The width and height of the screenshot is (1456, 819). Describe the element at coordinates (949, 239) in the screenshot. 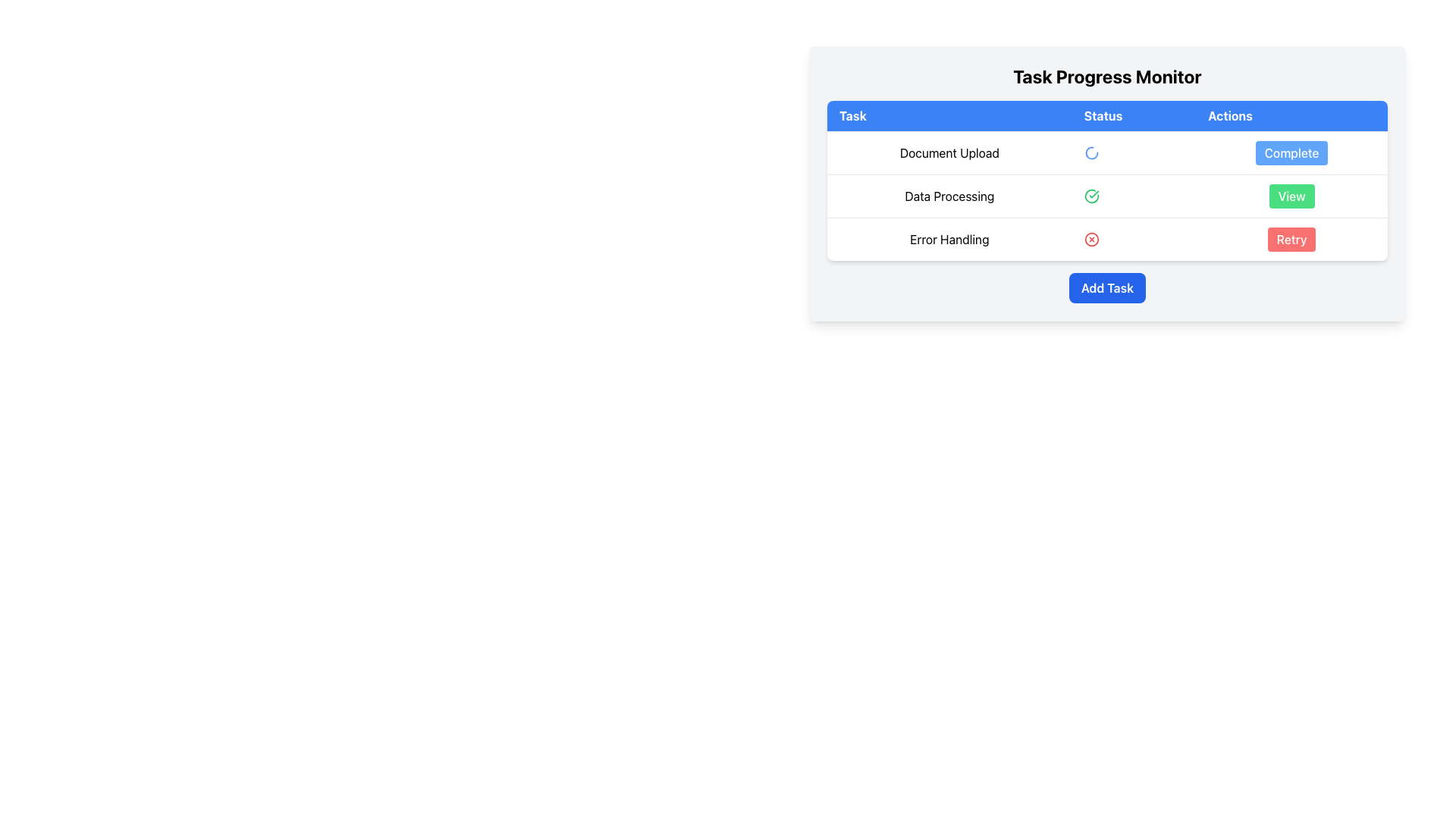

I see `the text label displaying 'Error Handling', which is styled with padding and positioned at the start of the row in the table` at that location.